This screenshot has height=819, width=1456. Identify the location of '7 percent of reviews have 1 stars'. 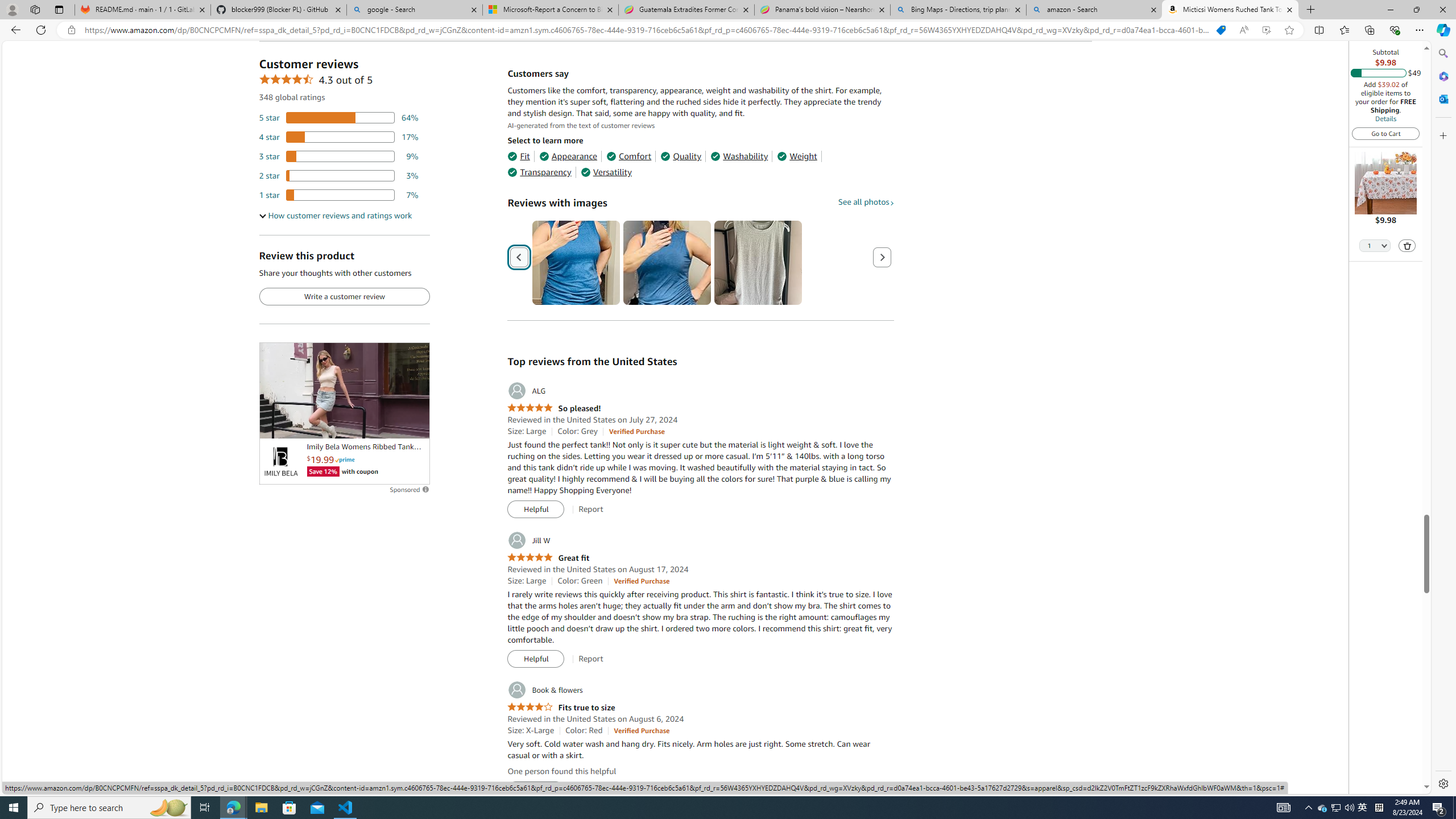
(338, 195).